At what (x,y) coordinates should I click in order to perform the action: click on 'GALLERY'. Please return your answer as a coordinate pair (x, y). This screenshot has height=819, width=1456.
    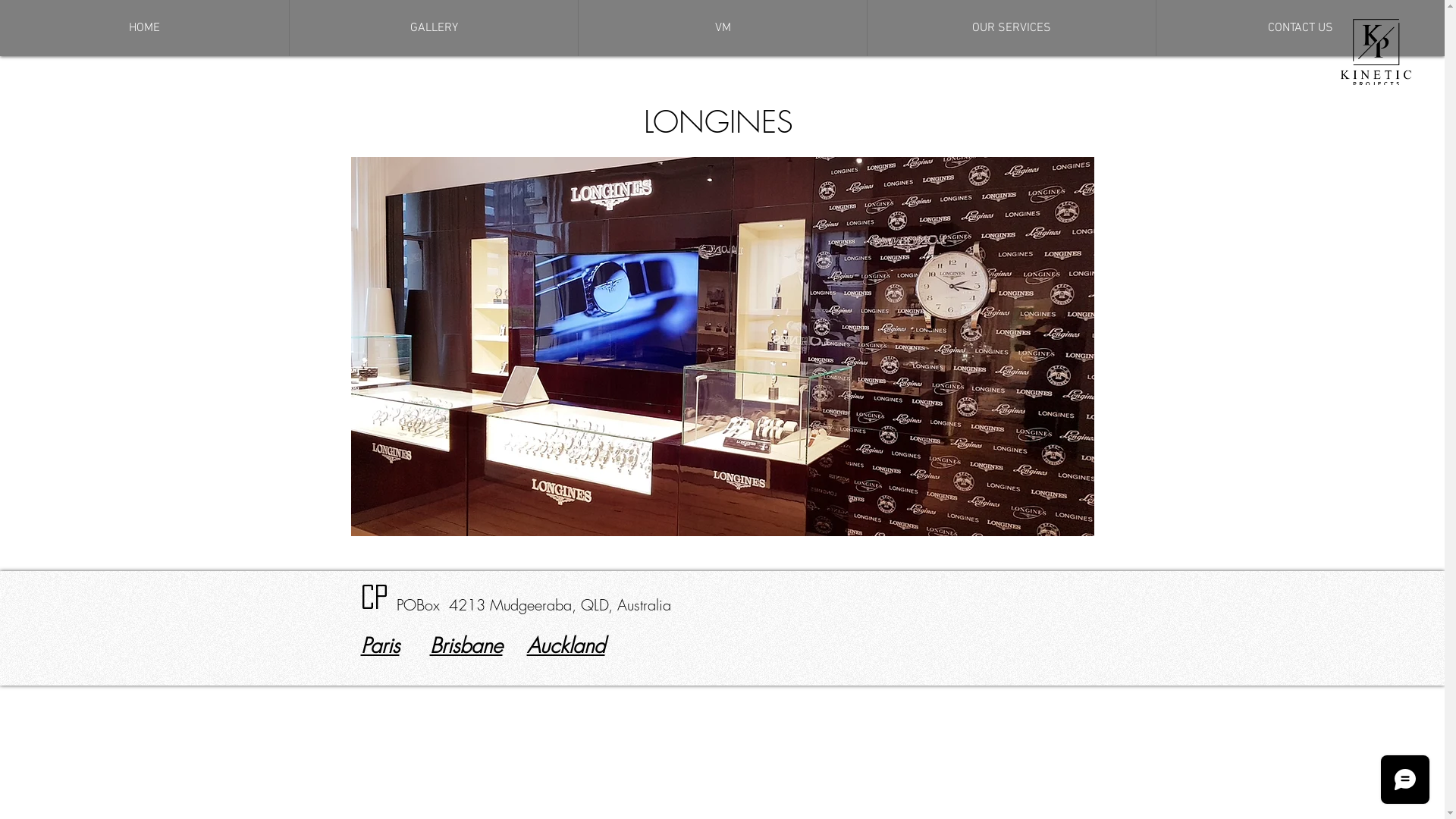
    Looking at the image, I should click on (432, 28).